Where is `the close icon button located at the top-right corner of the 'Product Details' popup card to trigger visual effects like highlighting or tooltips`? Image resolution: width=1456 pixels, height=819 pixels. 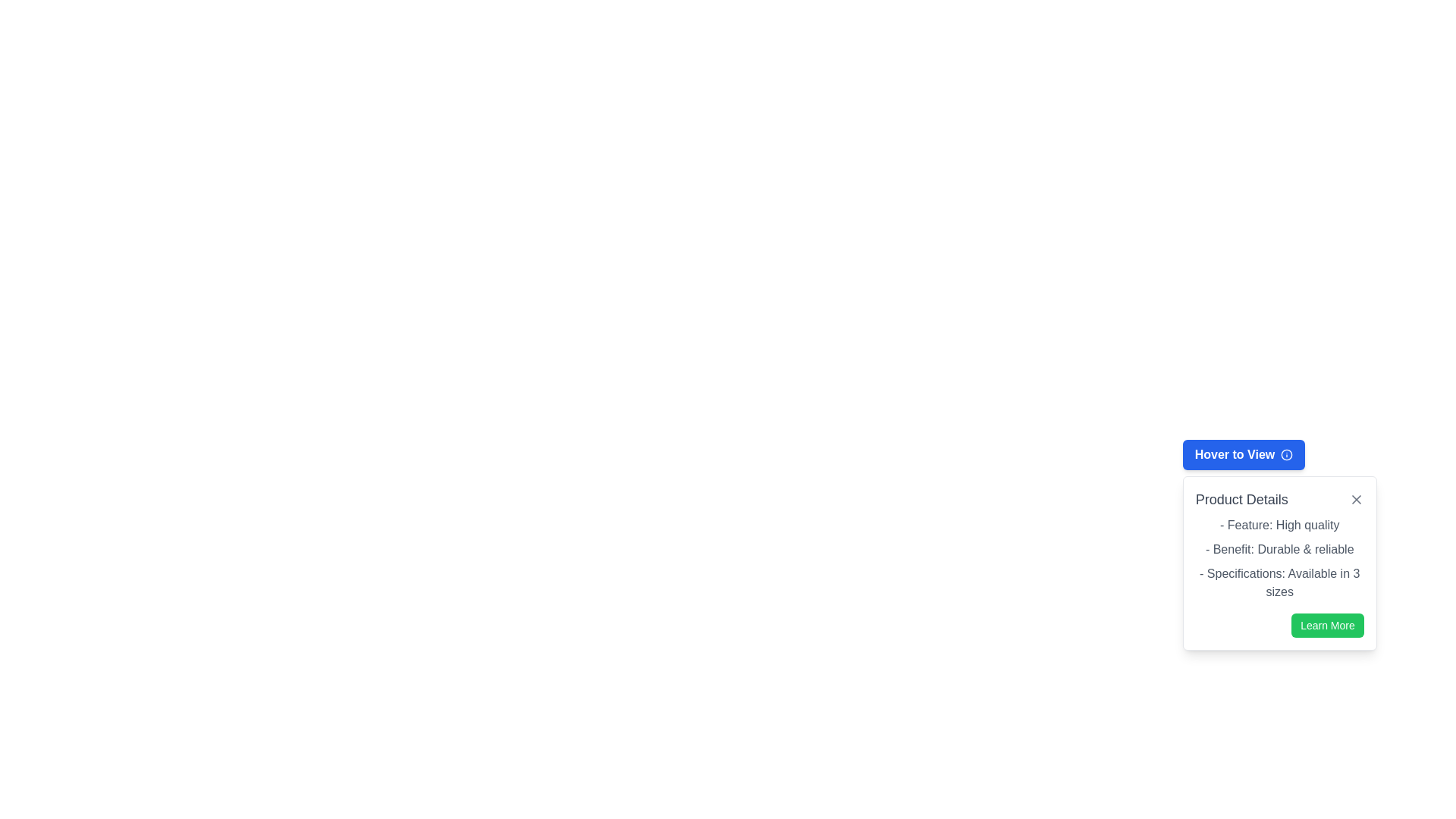
the close icon button located at the top-right corner of the 'Product Details' popup card to trigger visual effects like highlighting or tooltips is located at coordinates (1356, 500).